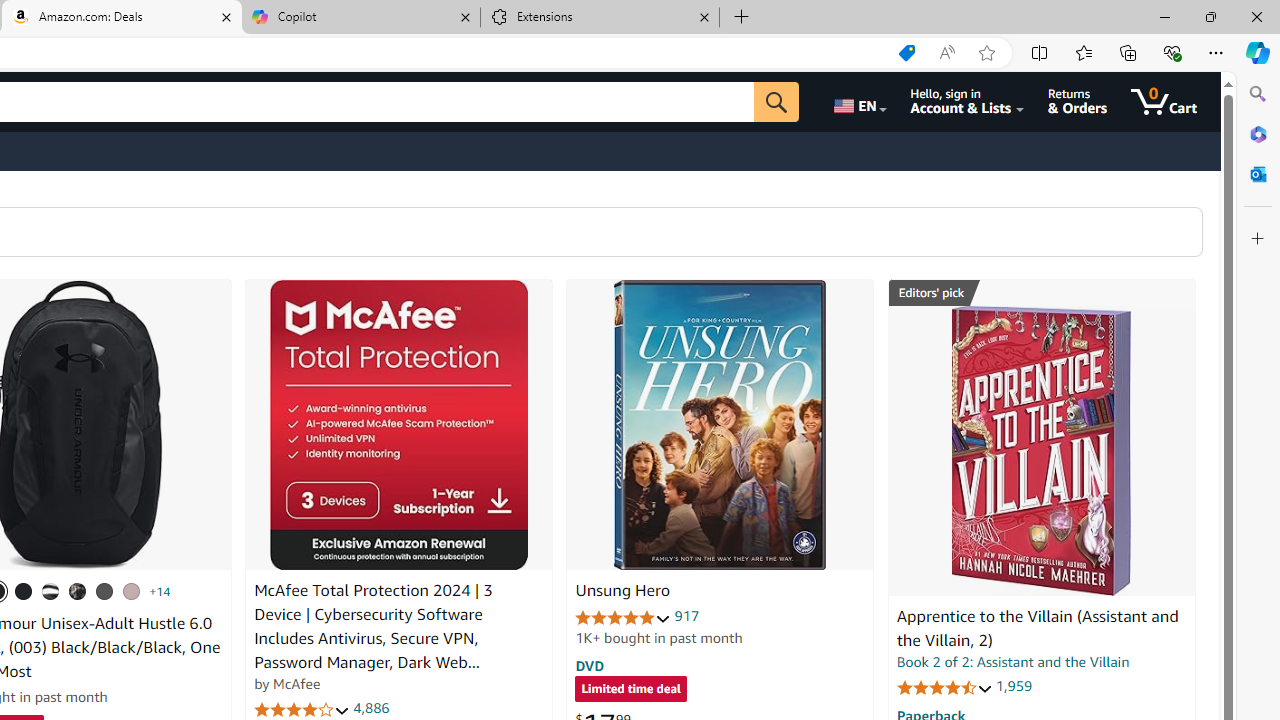 This screenshot has height=720, width=1280. Describe the element at coordinates (775, 101) in the screenshot. I see `'Go'` at that location.